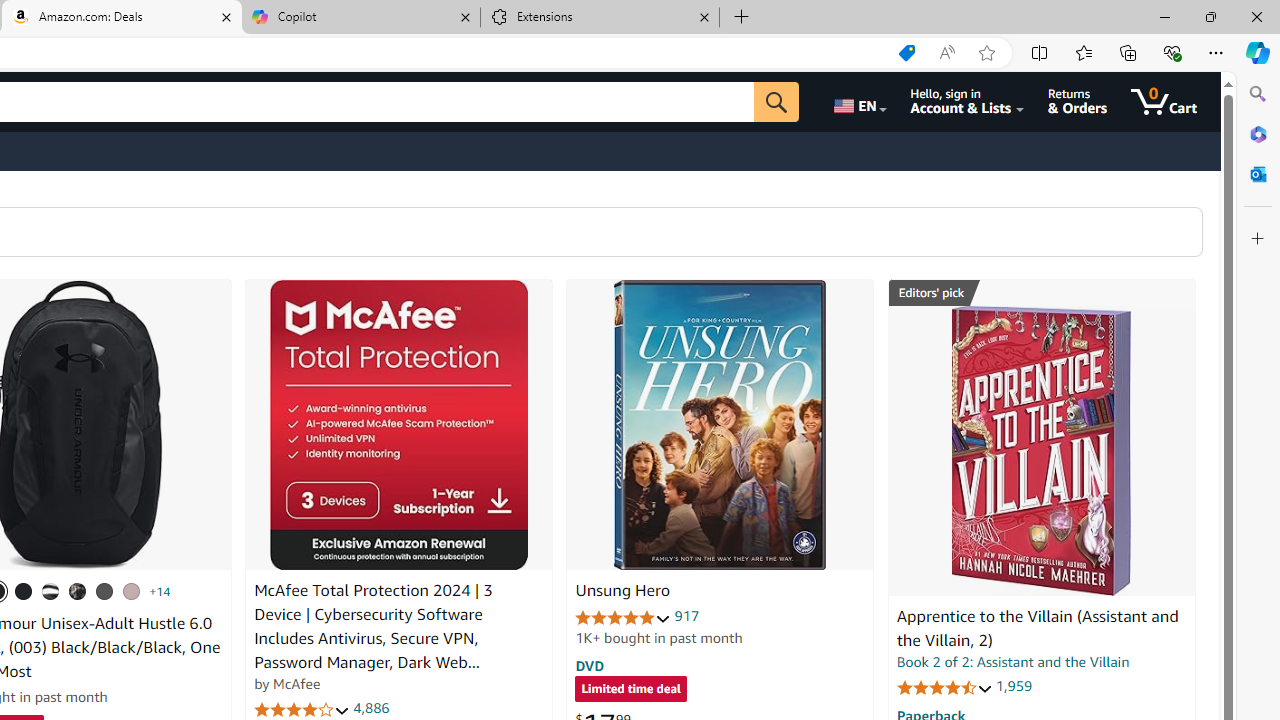 This screenshot has height=720, width=1280. Describe the element at coordinates (775, 101) in the screenshot. I see `'Go'` at that location.